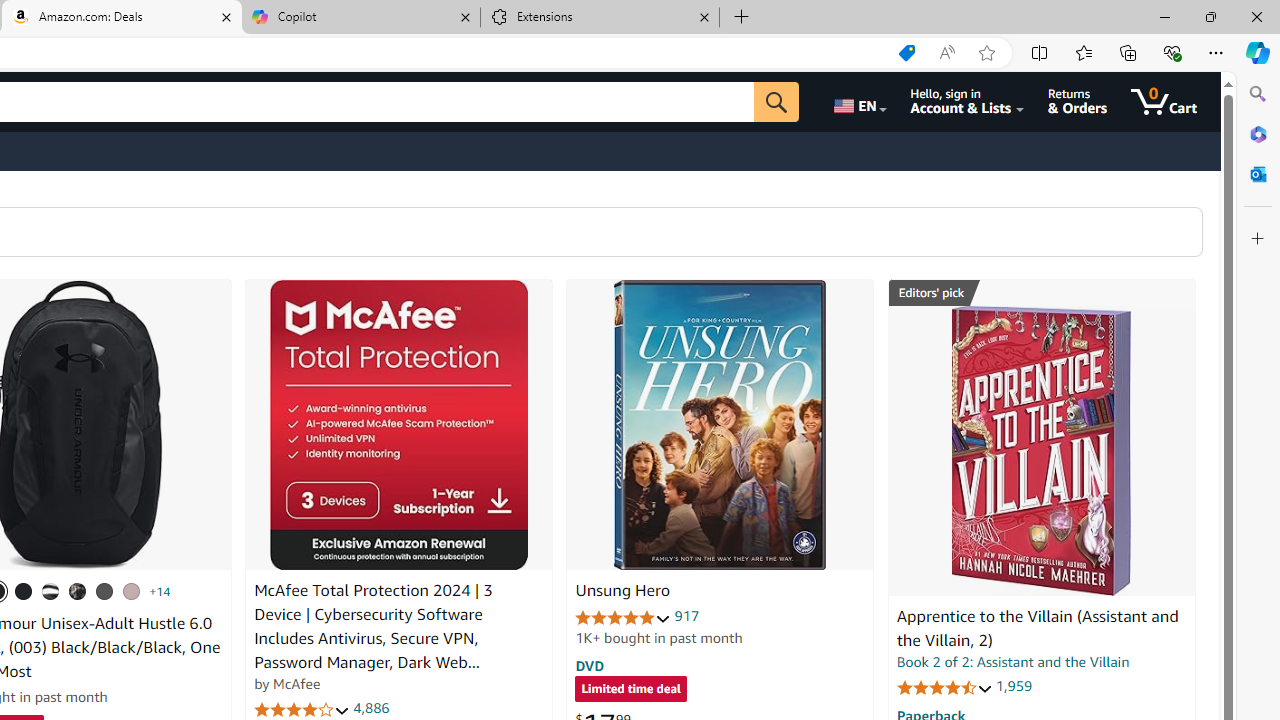 This screenshot has height=720, width=1280. Describe the element at coordinates (775, 101) in the screenshot. I see `'Go'` at that location.